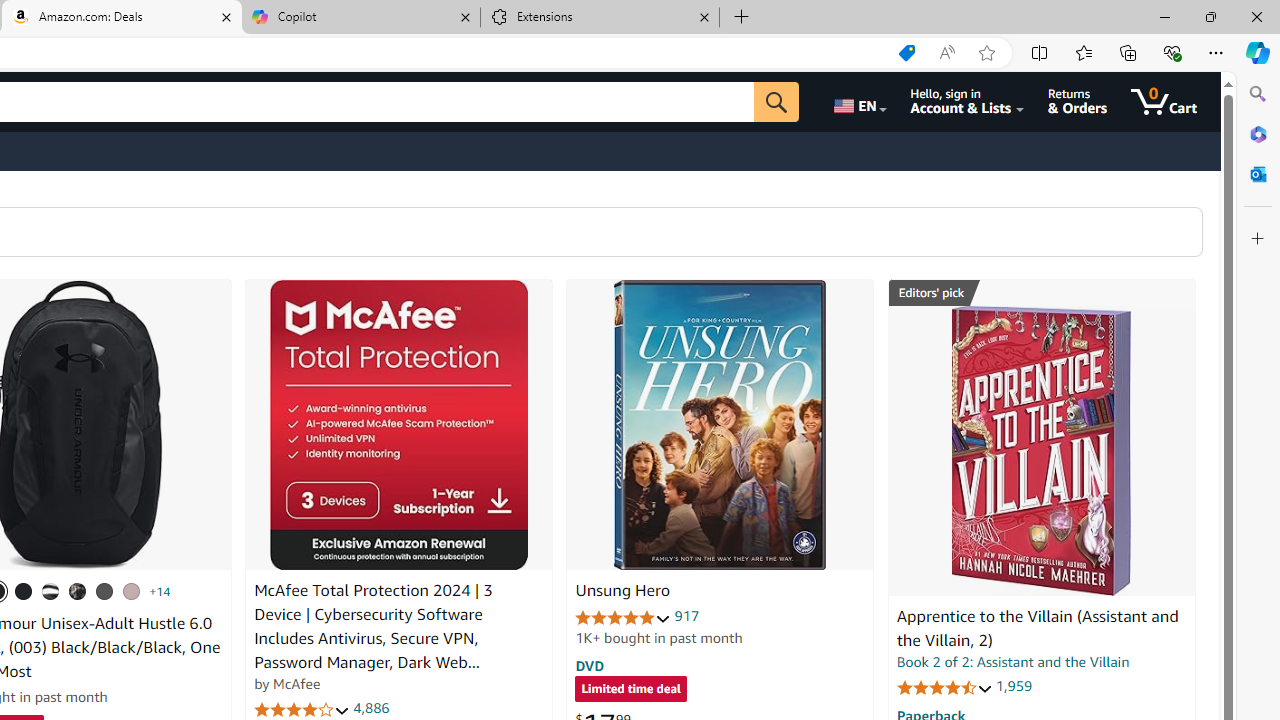 This screenshot has height=720, width=1280. Describe the element at coordinates (775, 101) in the screenshot. I see `'Go'` at that location.